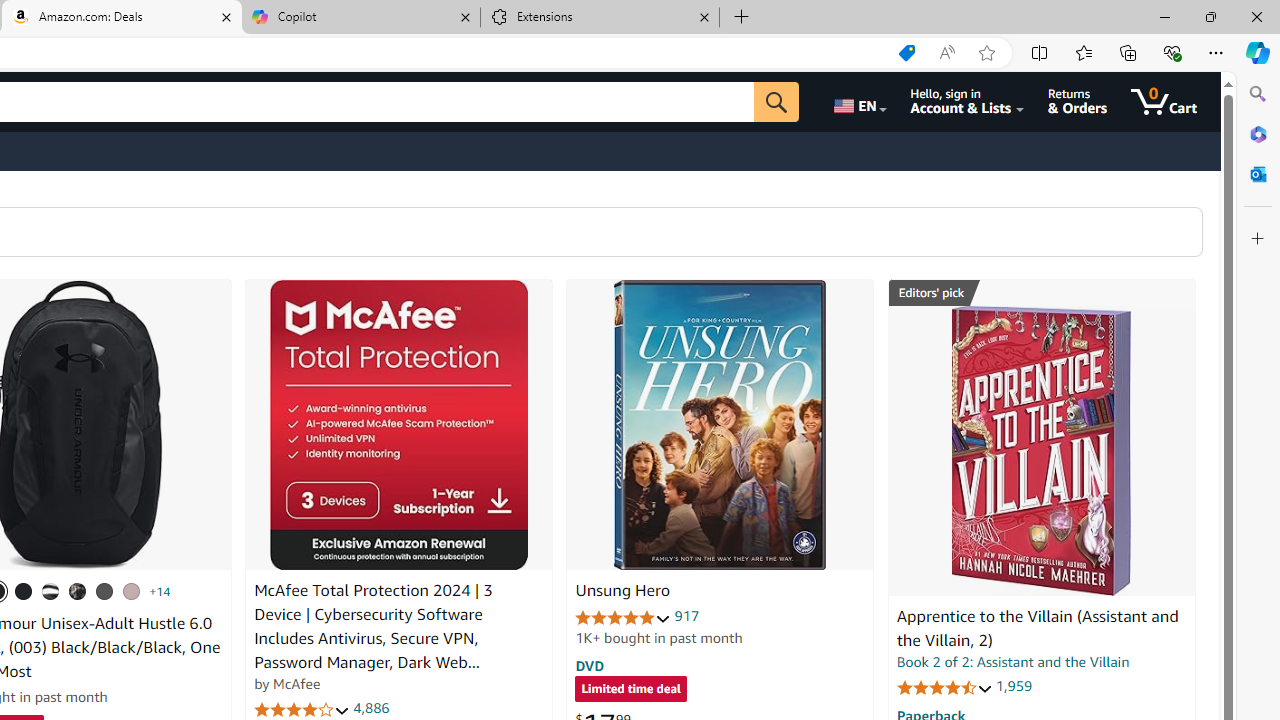 This screenshot has height=720, width=1280. Describe the element at coordinates (775, 101) in the screenshot. I see `'Go'` at that location.